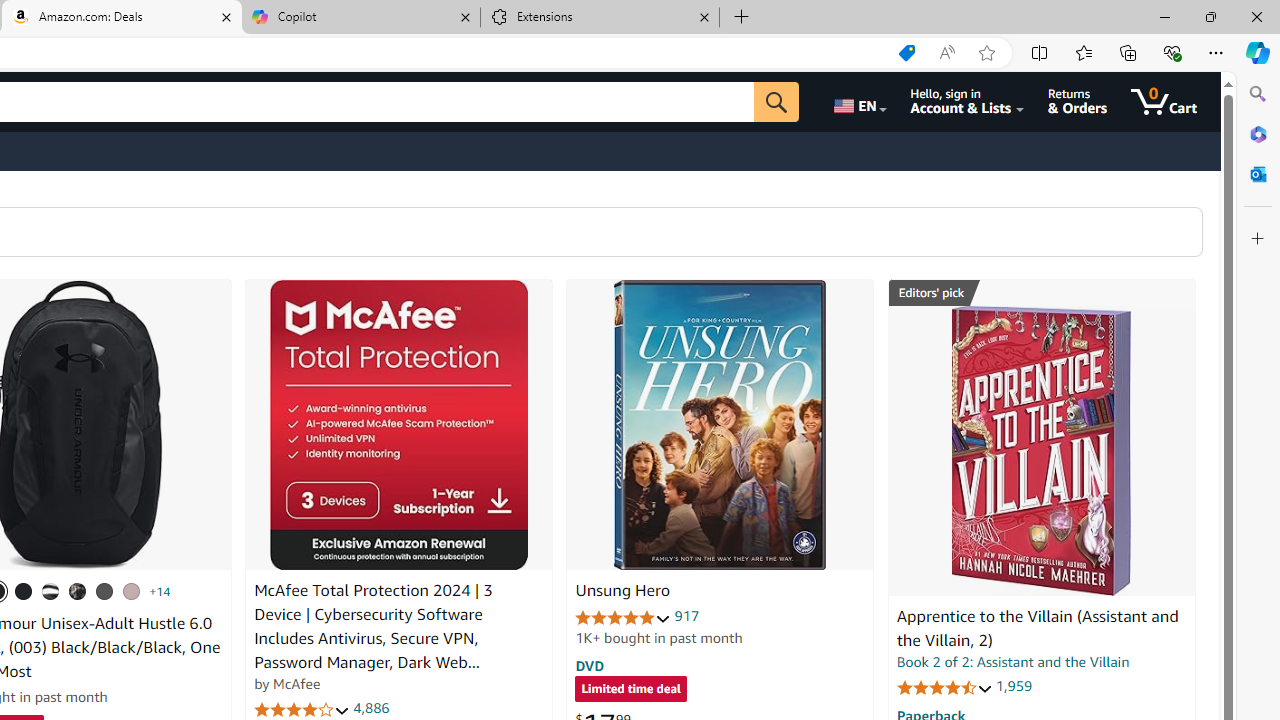 This screenshot has height=720, width=1280. Describe the element at coordinates (775, 101) in the screenshot. I see `'Go'` at that location.